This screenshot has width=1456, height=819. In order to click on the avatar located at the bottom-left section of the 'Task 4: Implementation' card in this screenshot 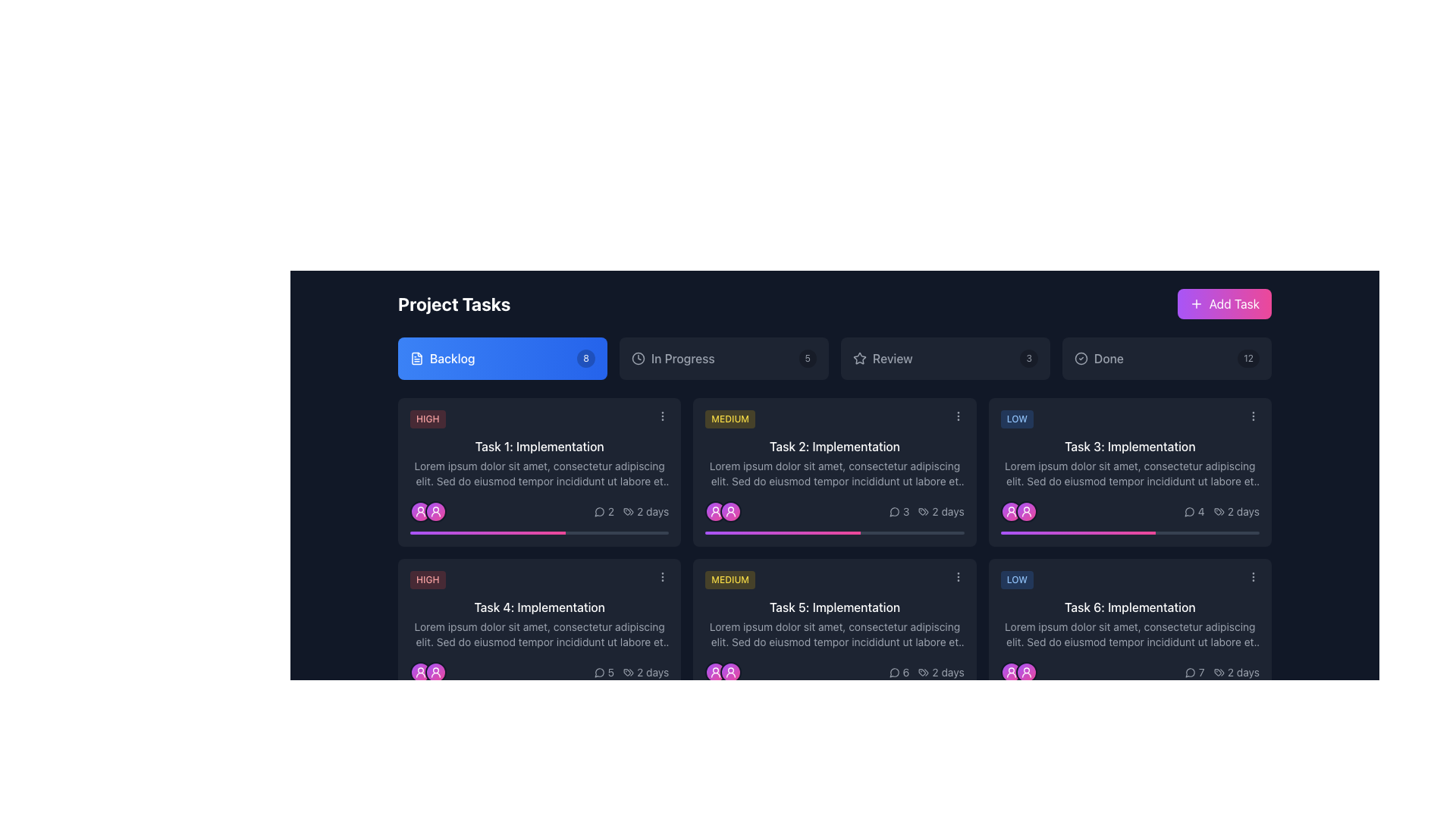, I will do `click(435, 672)`.